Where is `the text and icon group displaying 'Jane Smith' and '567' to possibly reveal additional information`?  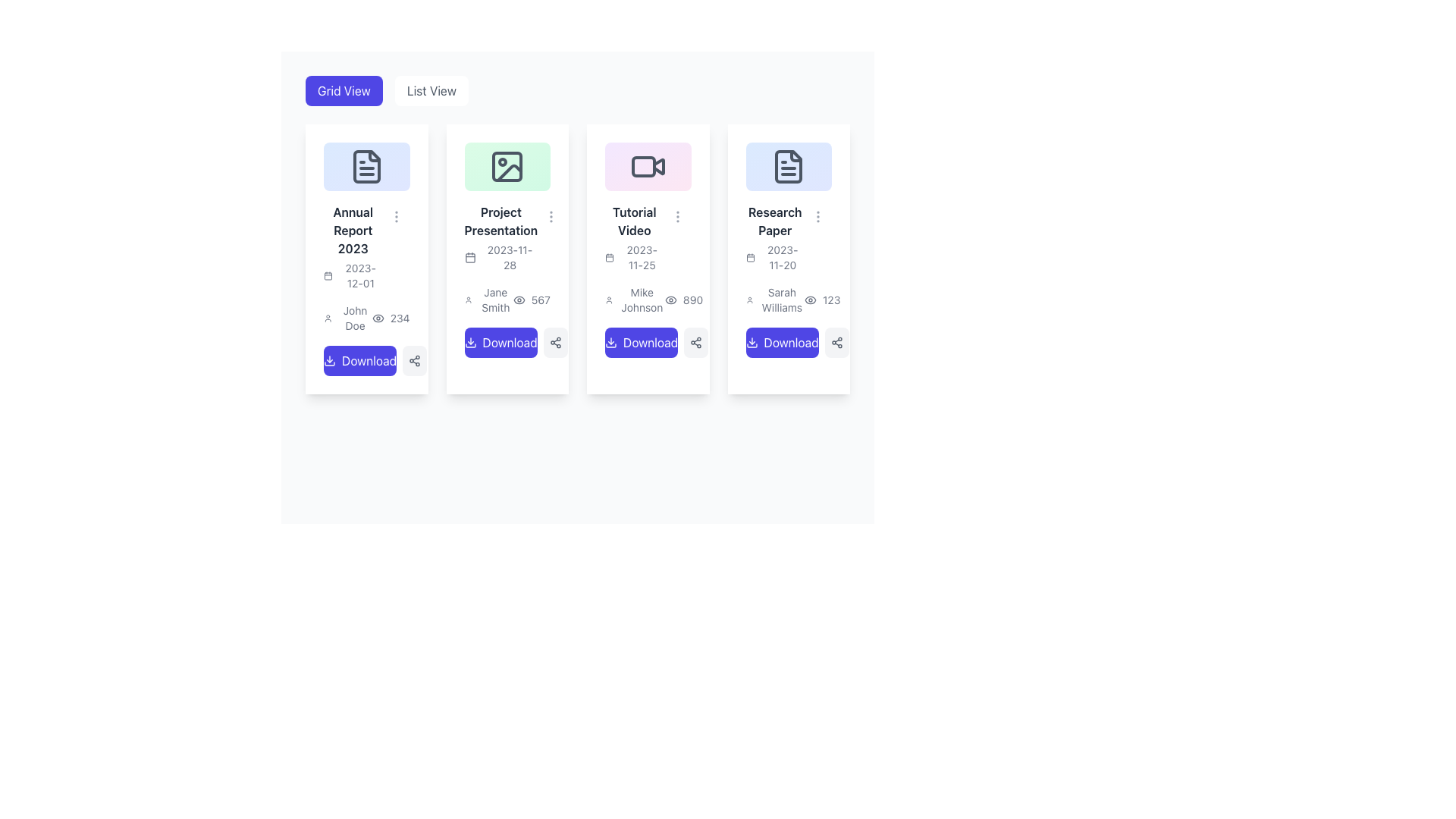
the text and icon group displaying 'Jane Smith' and '567' to possibly reveal additional information is located at coordinates (507, 300).